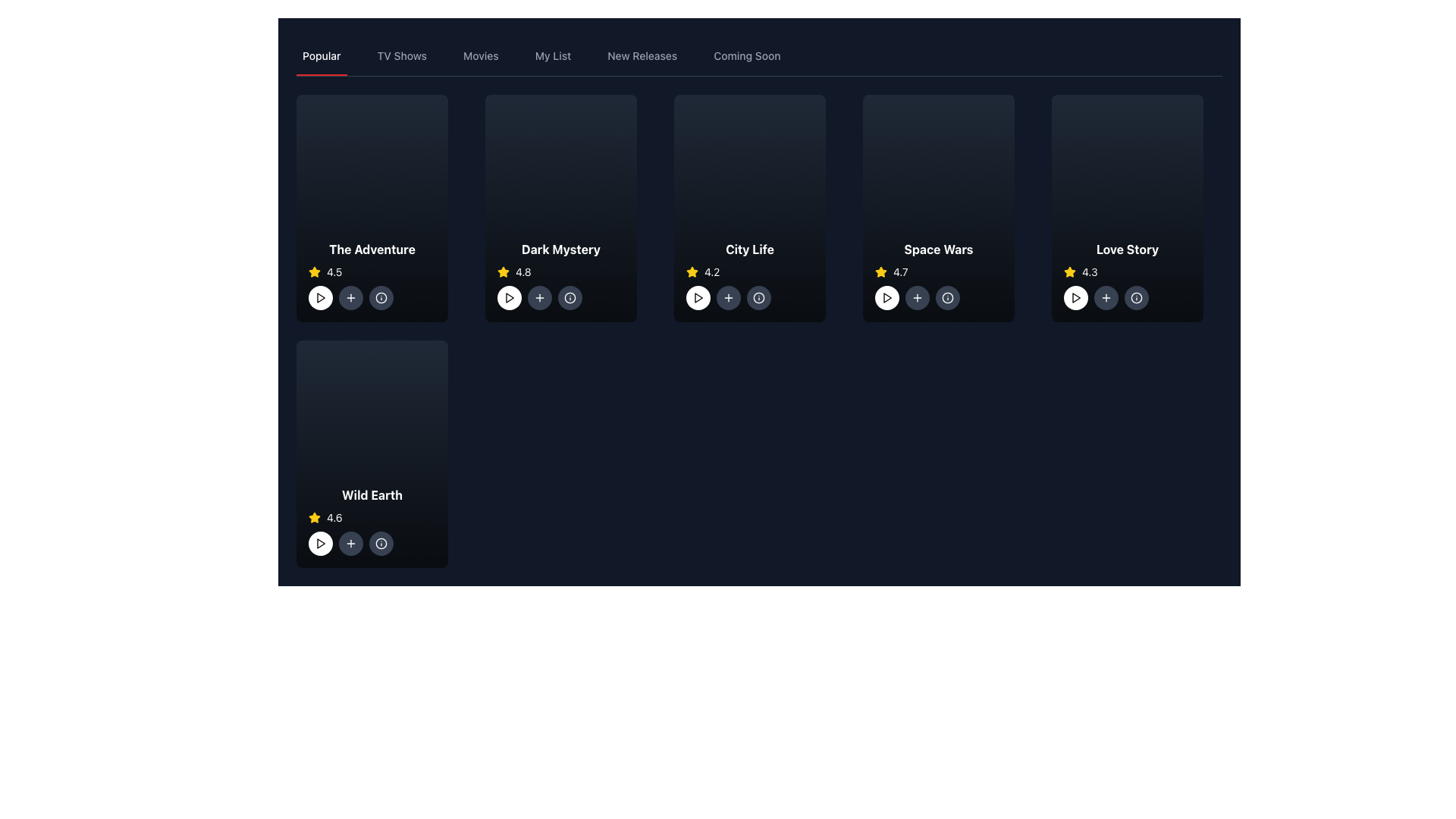 The width and height of the screenshot is (1456, 819). Describe the element at coordinates (759, 298) in the screenshot. I see `the third button in the row of three interactive buttons below the 'City Life' card` at that location.